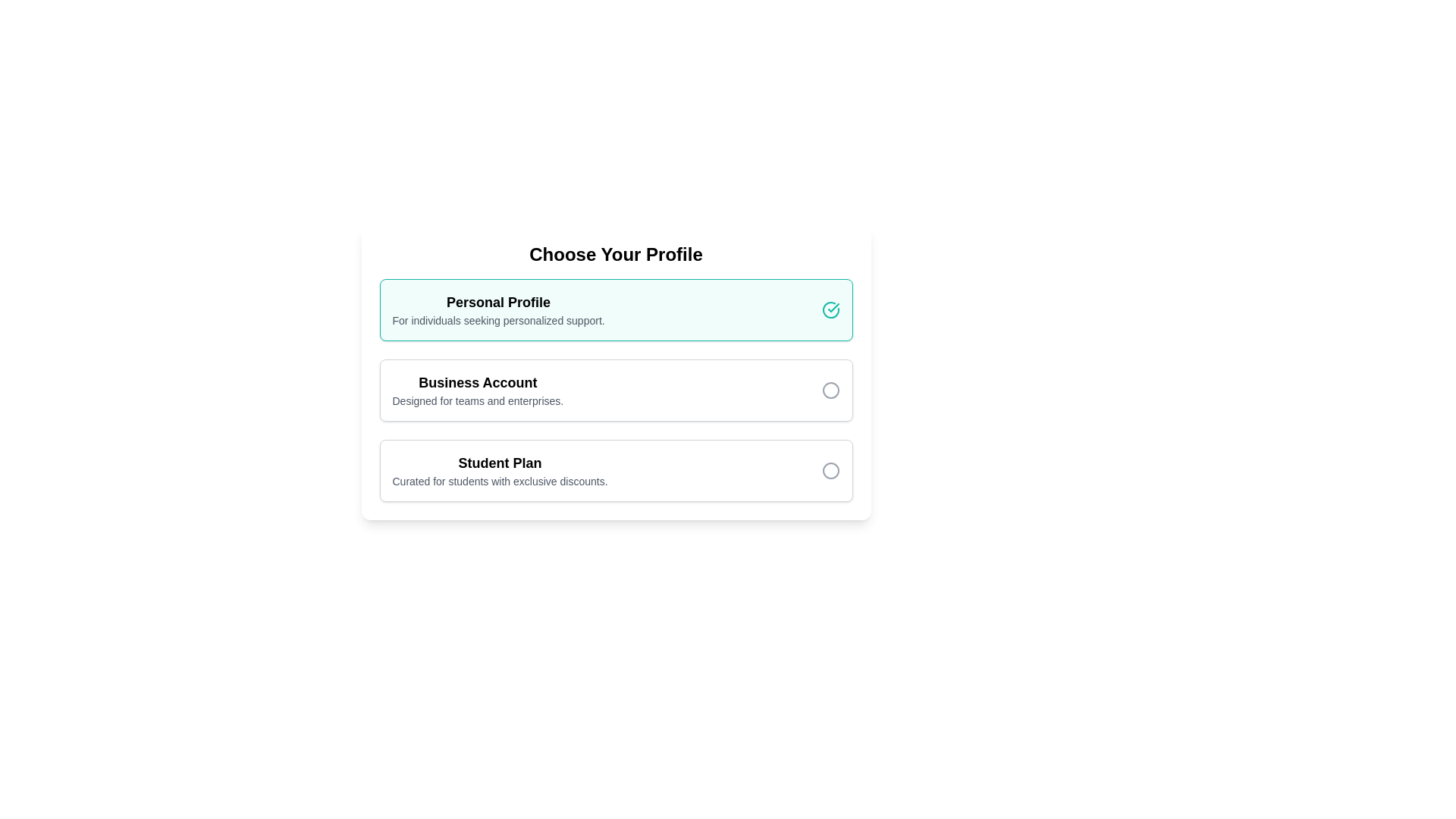  What do you see at coordinates (616, 390) in the screenshot?
I see `the selectable card titled 'Business Account'` at bounding box center [616, 390].